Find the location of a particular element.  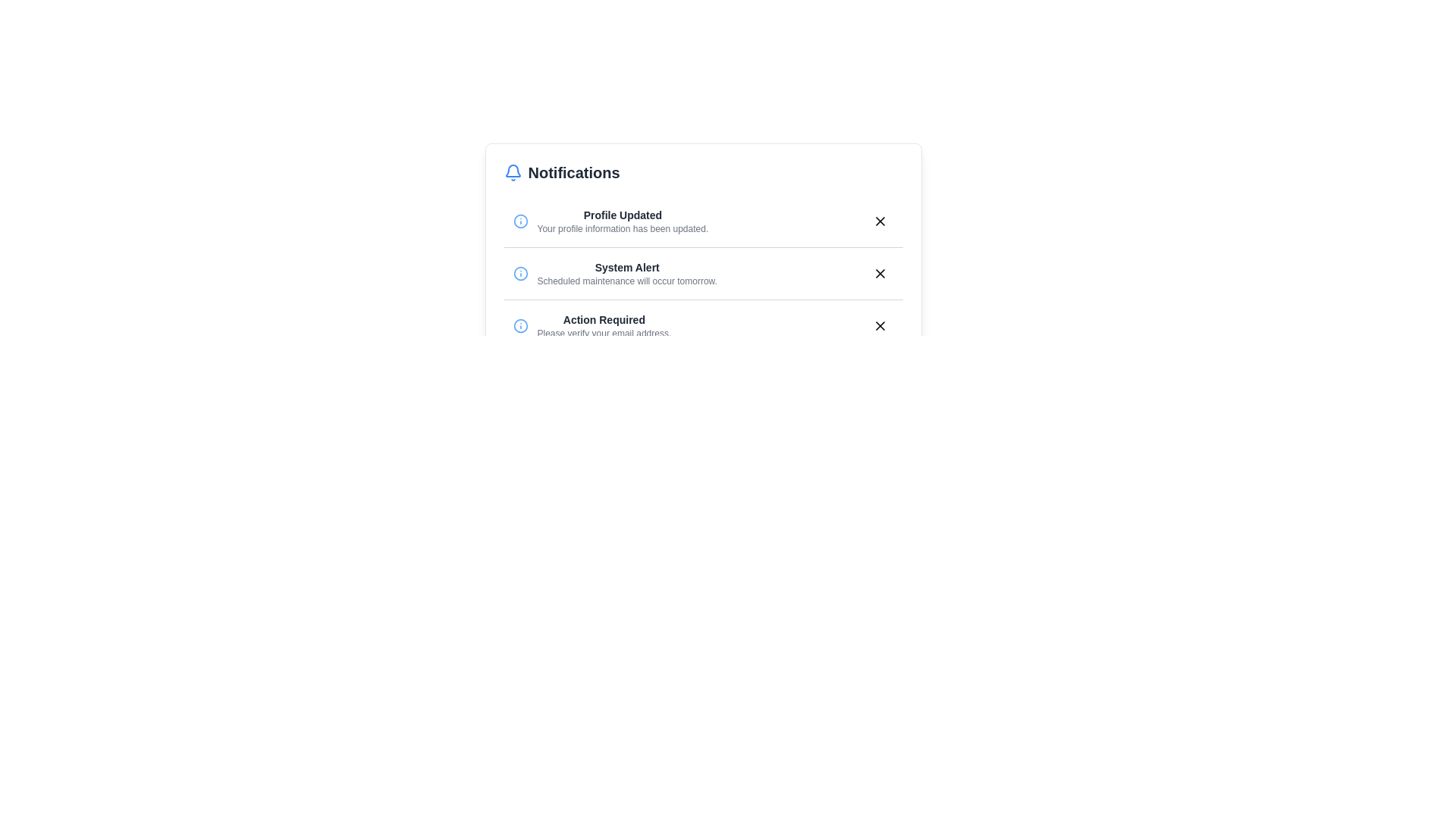

the middle notification entry in the Notification Panel that informs the user of a 'System Alert' regarding scheduled maintenance is located at coordinates (702, 274).